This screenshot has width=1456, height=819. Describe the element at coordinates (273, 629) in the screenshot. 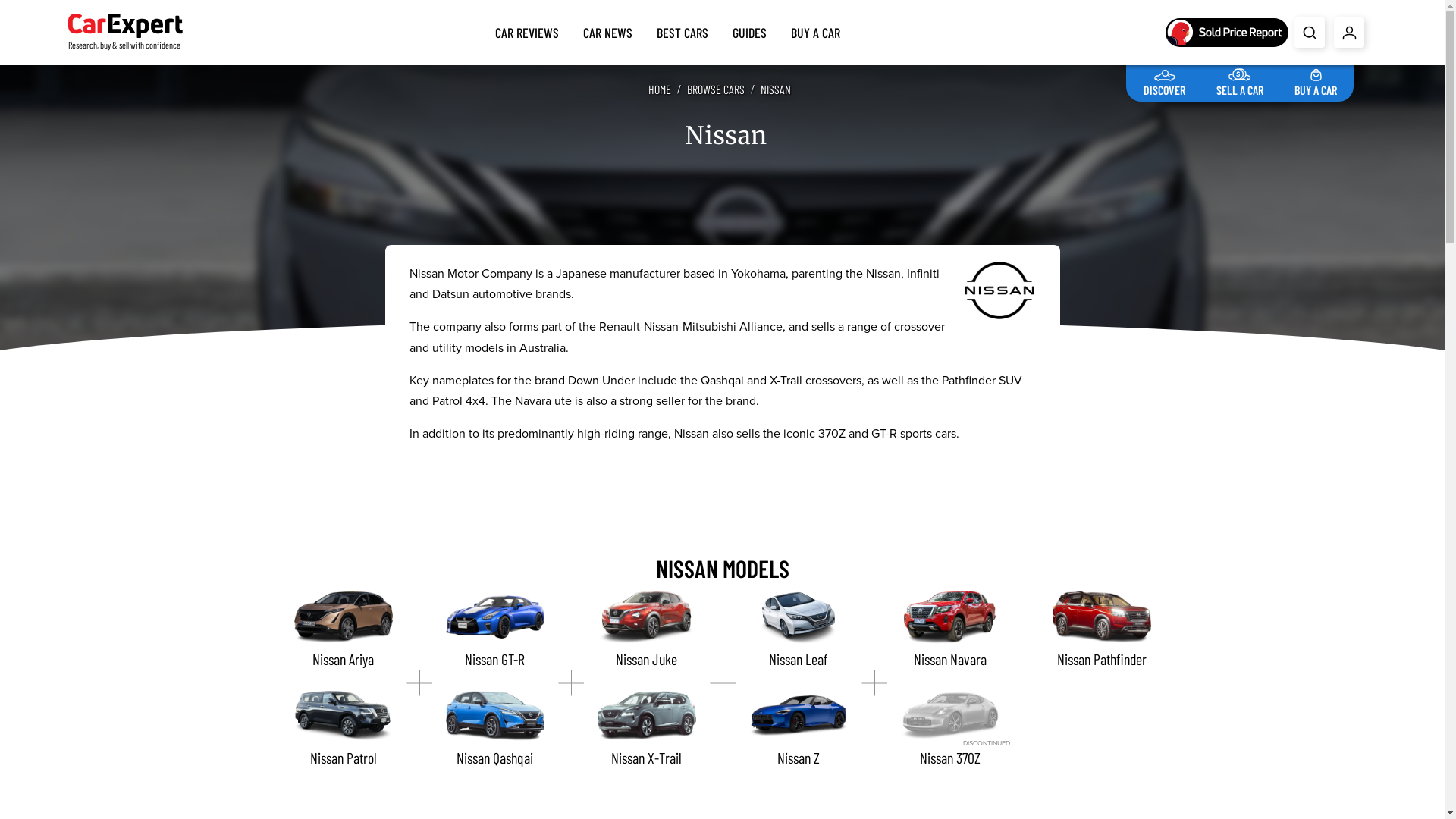

I see `'Nissan Ariya'` at that location.